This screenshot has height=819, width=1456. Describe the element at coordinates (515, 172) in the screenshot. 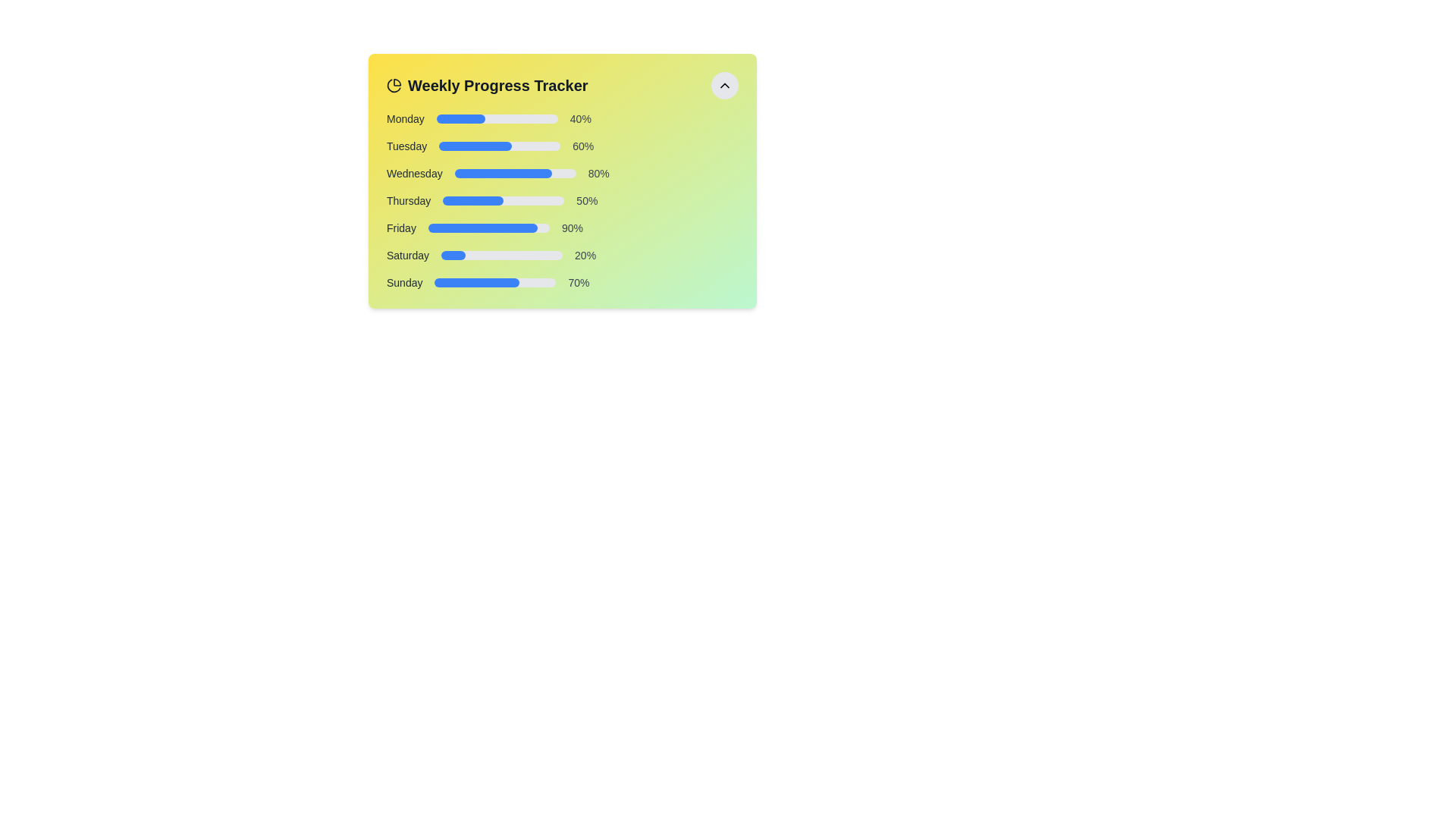

I see `the horizontal progress bar located to the right of the 'Wednesday' label in the 'Weekly Progress Tracker' component, which has a light gray background and a blue filled portion indicating 80% progress` at that location.